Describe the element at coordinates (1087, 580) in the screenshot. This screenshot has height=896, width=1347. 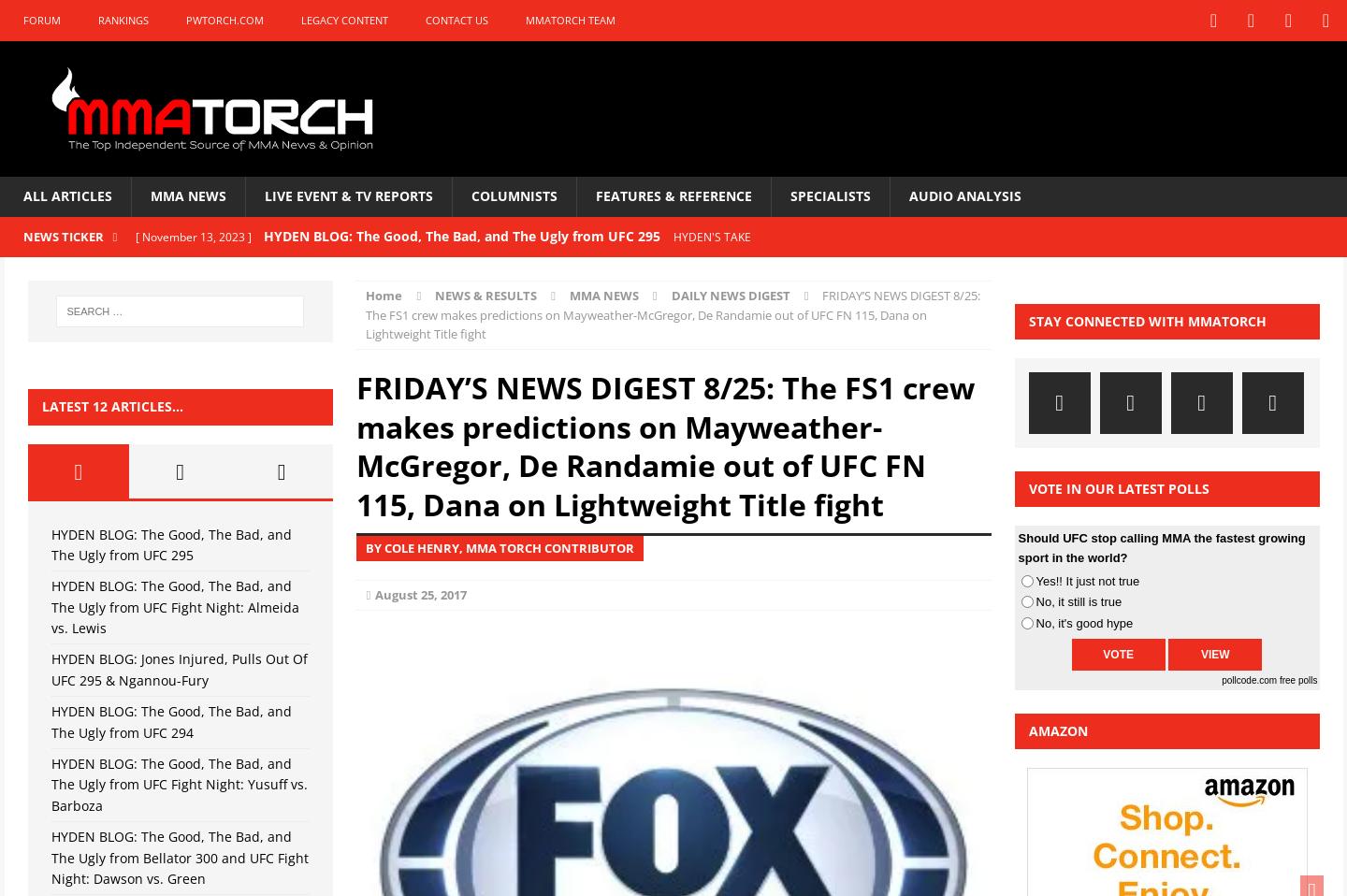
I see `'Yes!! It just not true'` at that location.